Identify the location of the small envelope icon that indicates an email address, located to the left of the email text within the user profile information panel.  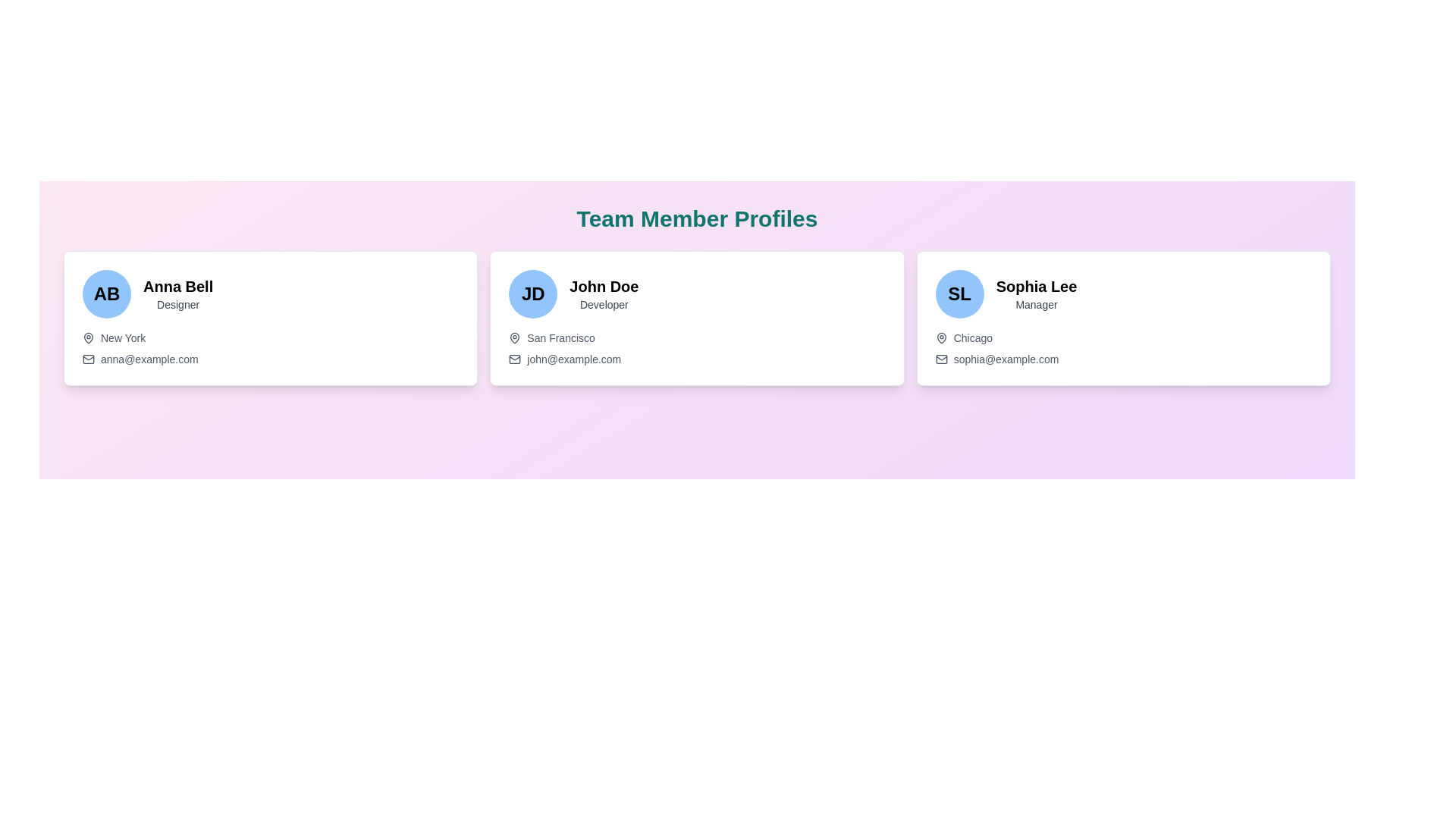
(87, 359).